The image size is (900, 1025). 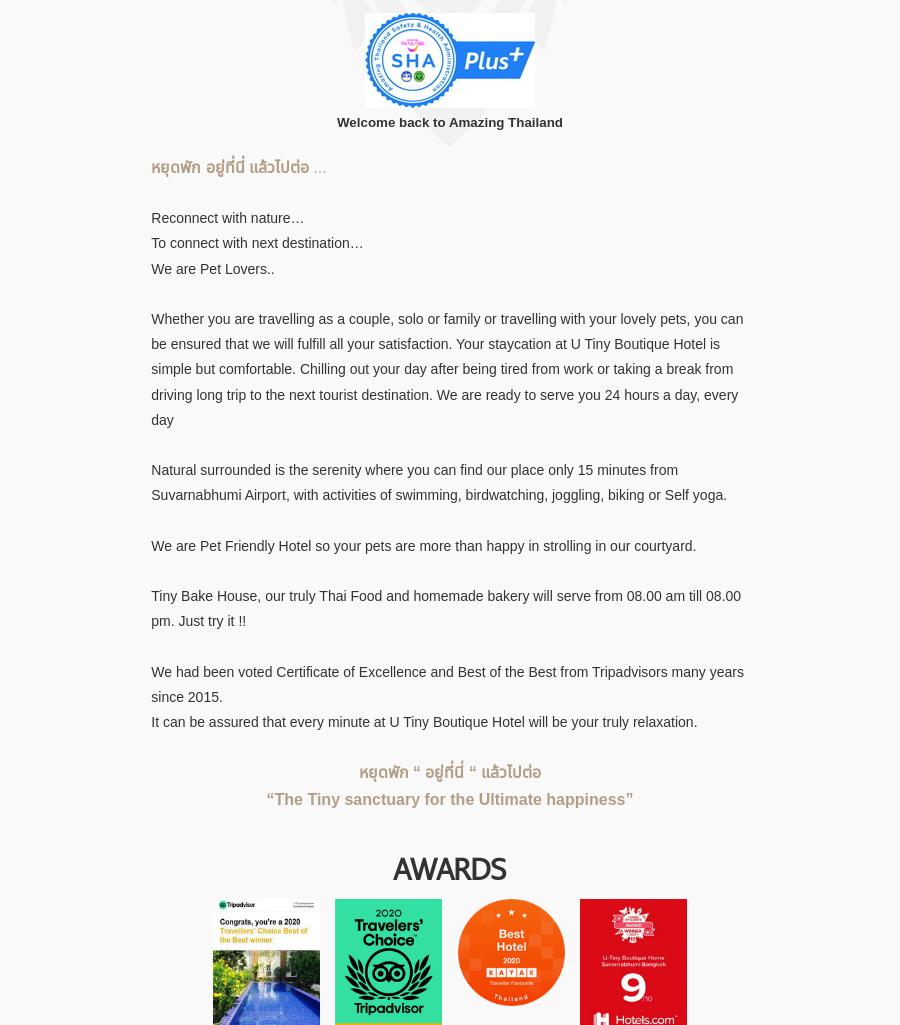 What do you see at coordinates (212, 267) in the screenshot?
I see `'We are Pet Lovers..'` at bounding box center [212, 267].